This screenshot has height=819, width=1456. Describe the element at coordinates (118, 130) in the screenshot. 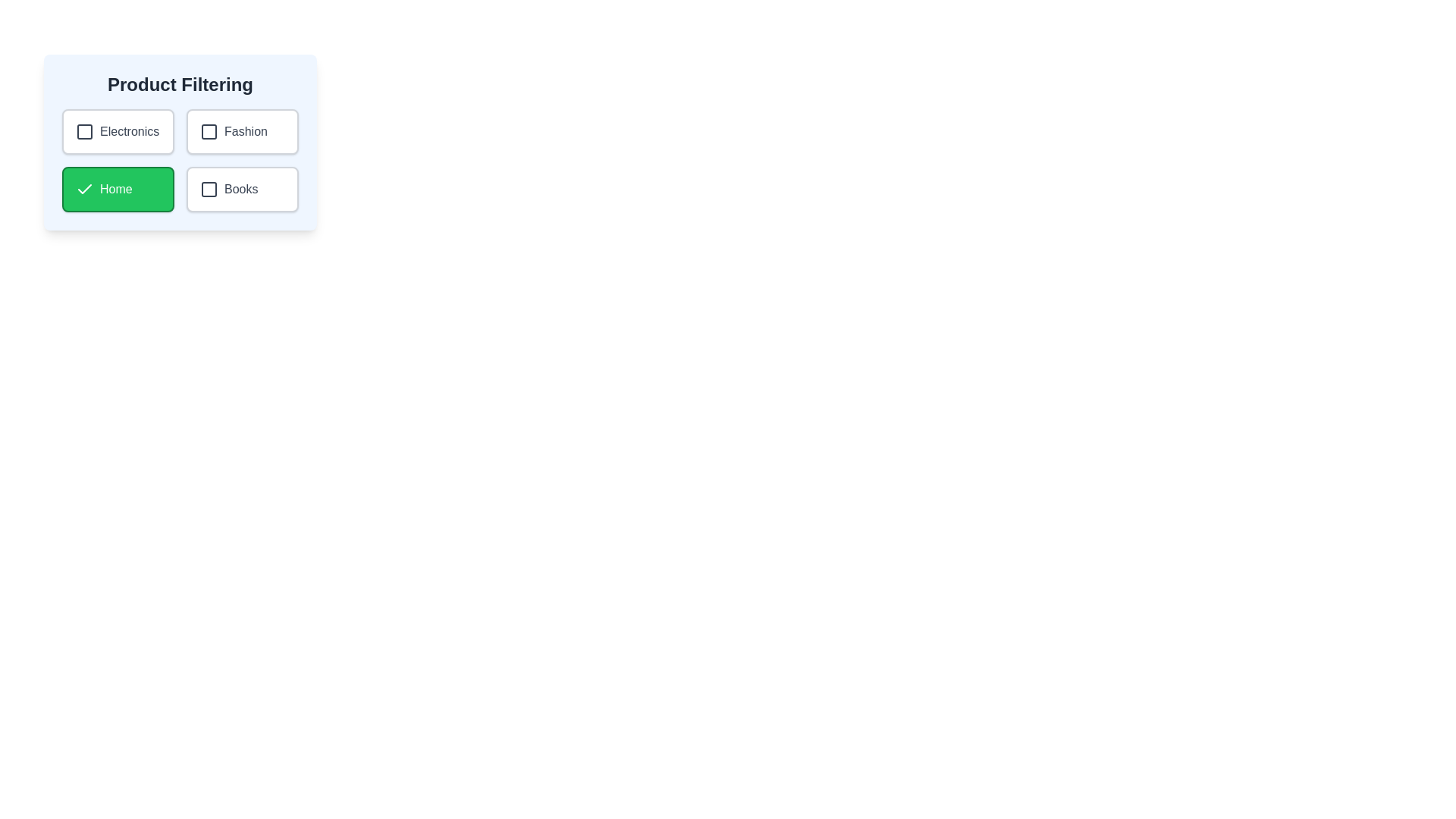

I see `the category Electronics by clicking on its button` at that location.